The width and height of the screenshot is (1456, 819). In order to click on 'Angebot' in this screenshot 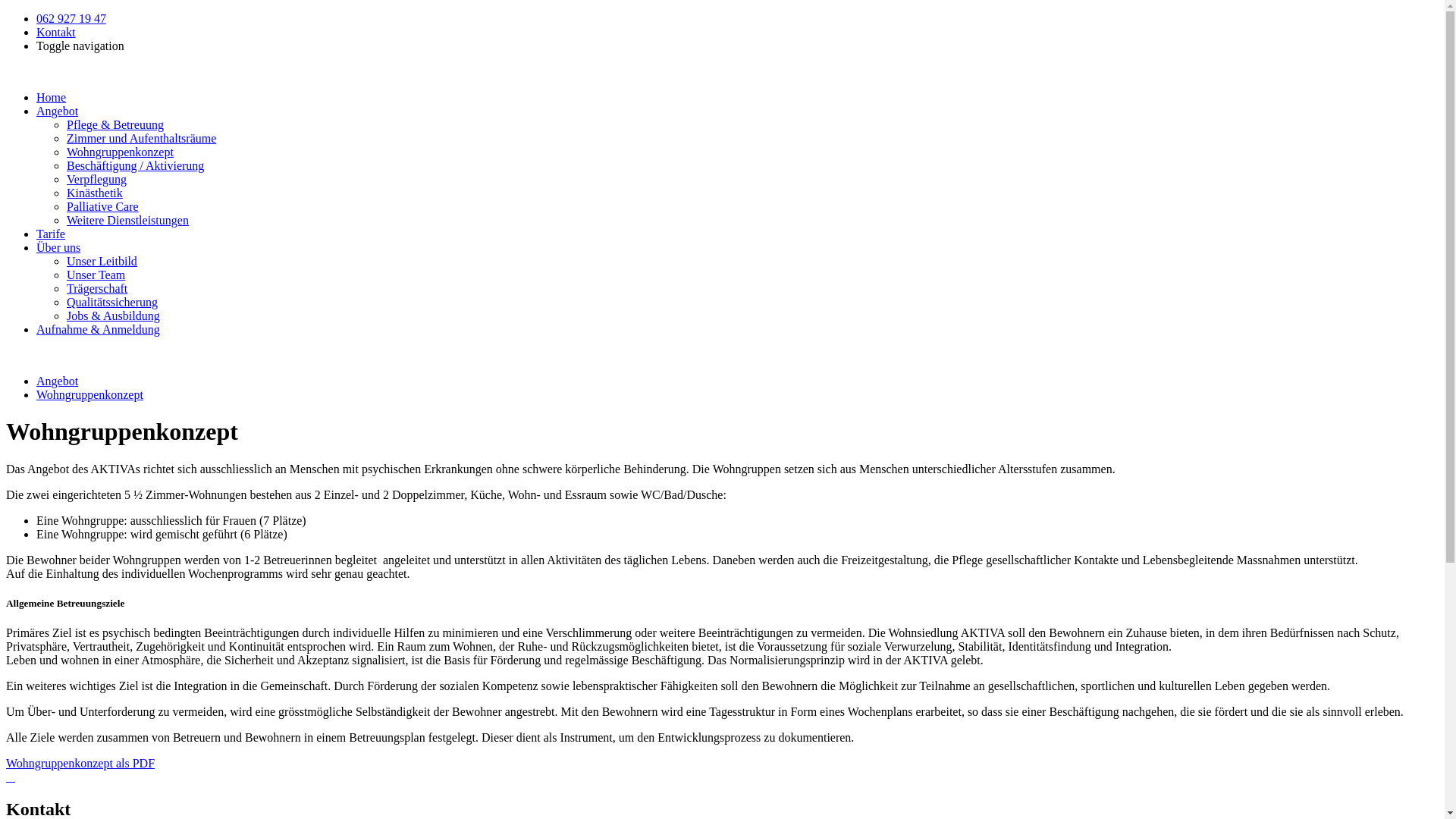, I will do `click(57, 380)`.